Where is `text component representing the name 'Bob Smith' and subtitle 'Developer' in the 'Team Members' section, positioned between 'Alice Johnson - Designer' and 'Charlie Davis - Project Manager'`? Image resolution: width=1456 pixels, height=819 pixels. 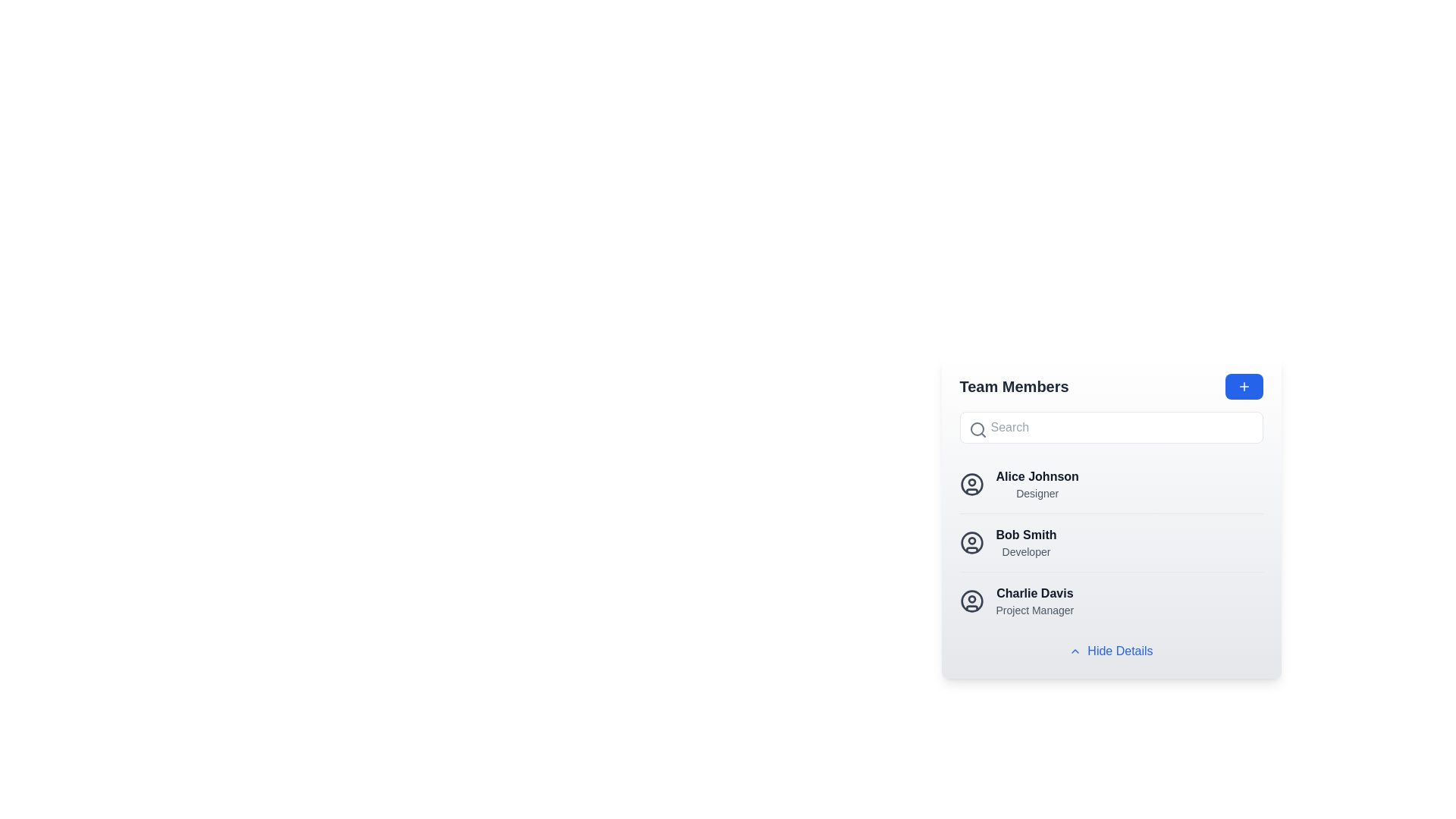 text component representing the name 'Bob Smith' and subtitle 'Developer' in the 'Team Members' section, positioned between 'Alice Johnson - Designer' and 'Charlie Davis - Project Manager' is located at coordinates (1026, 542).